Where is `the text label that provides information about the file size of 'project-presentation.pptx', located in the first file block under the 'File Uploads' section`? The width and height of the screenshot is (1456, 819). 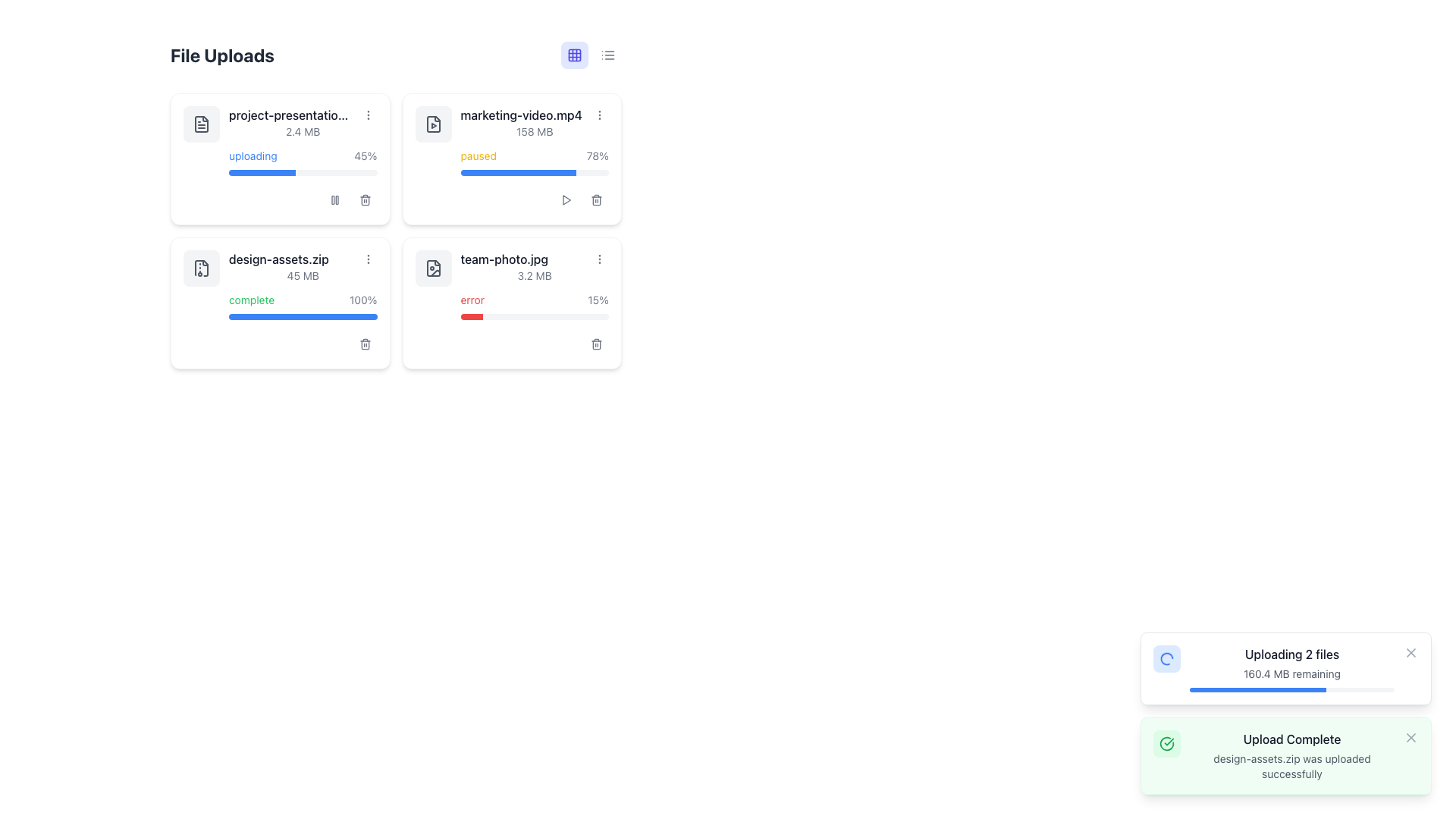 the text label that provides information about the file size of 'project-presentation.pptx', located in the first file block under the 'File Uploads' section is located at coordinates (303, 130).